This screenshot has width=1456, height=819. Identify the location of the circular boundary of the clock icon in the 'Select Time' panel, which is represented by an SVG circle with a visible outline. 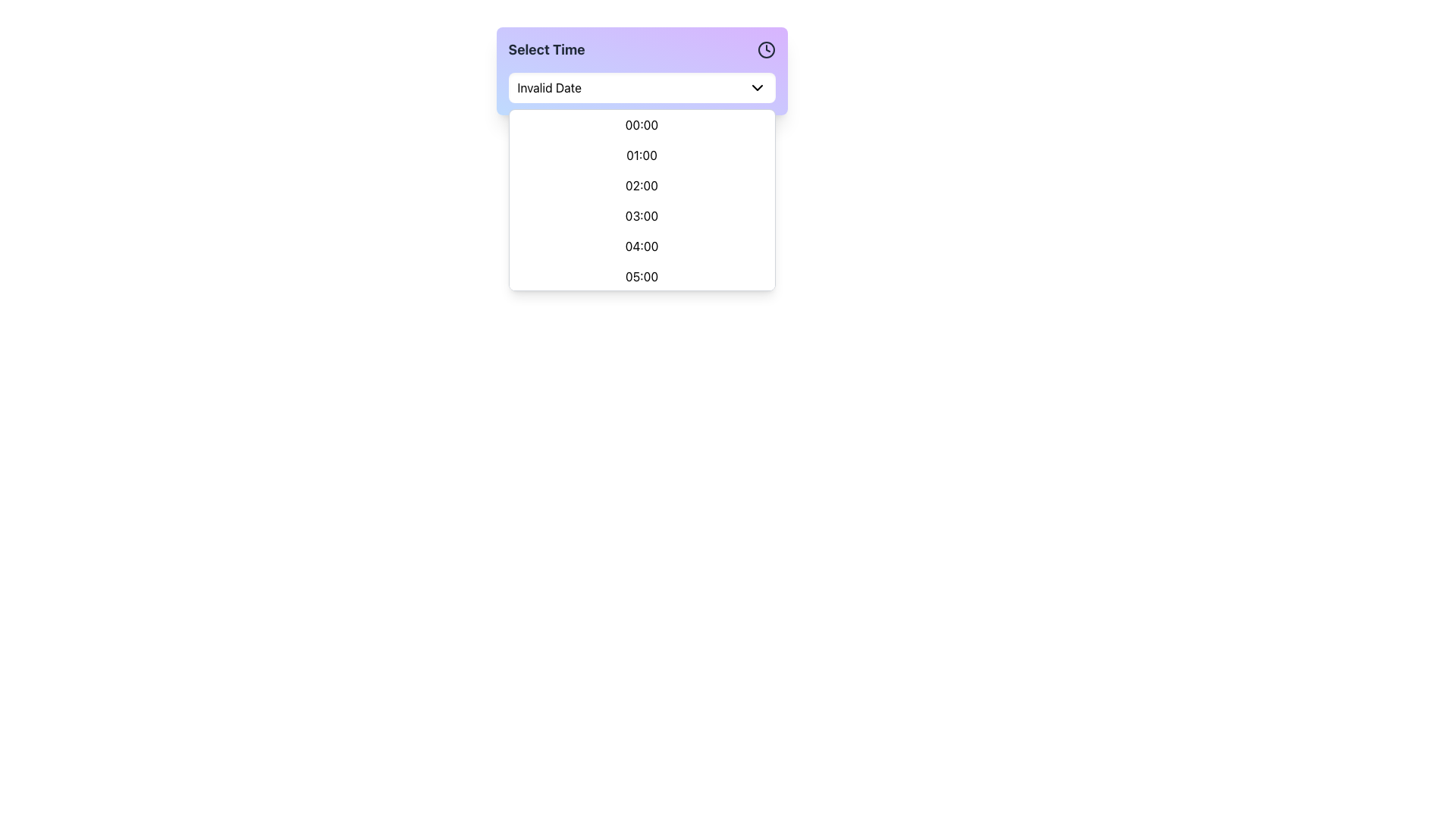
(766, 49).